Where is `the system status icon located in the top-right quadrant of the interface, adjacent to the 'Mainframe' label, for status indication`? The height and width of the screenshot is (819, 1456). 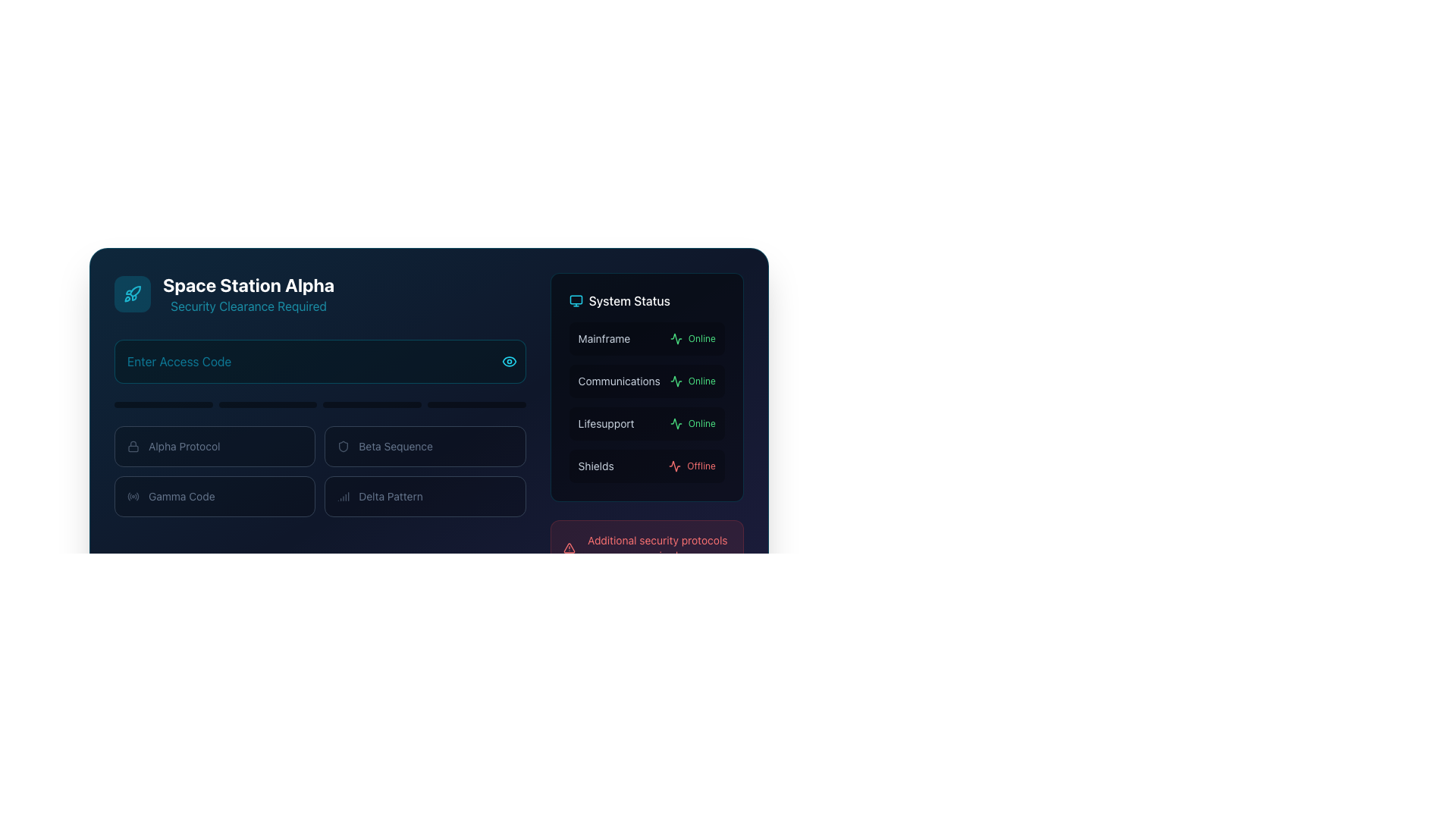
the system status icon located in the top-right quadrant of the interface, adjacent to the 'Mainframe' label, for status indication is located at coordinates (675, 380).